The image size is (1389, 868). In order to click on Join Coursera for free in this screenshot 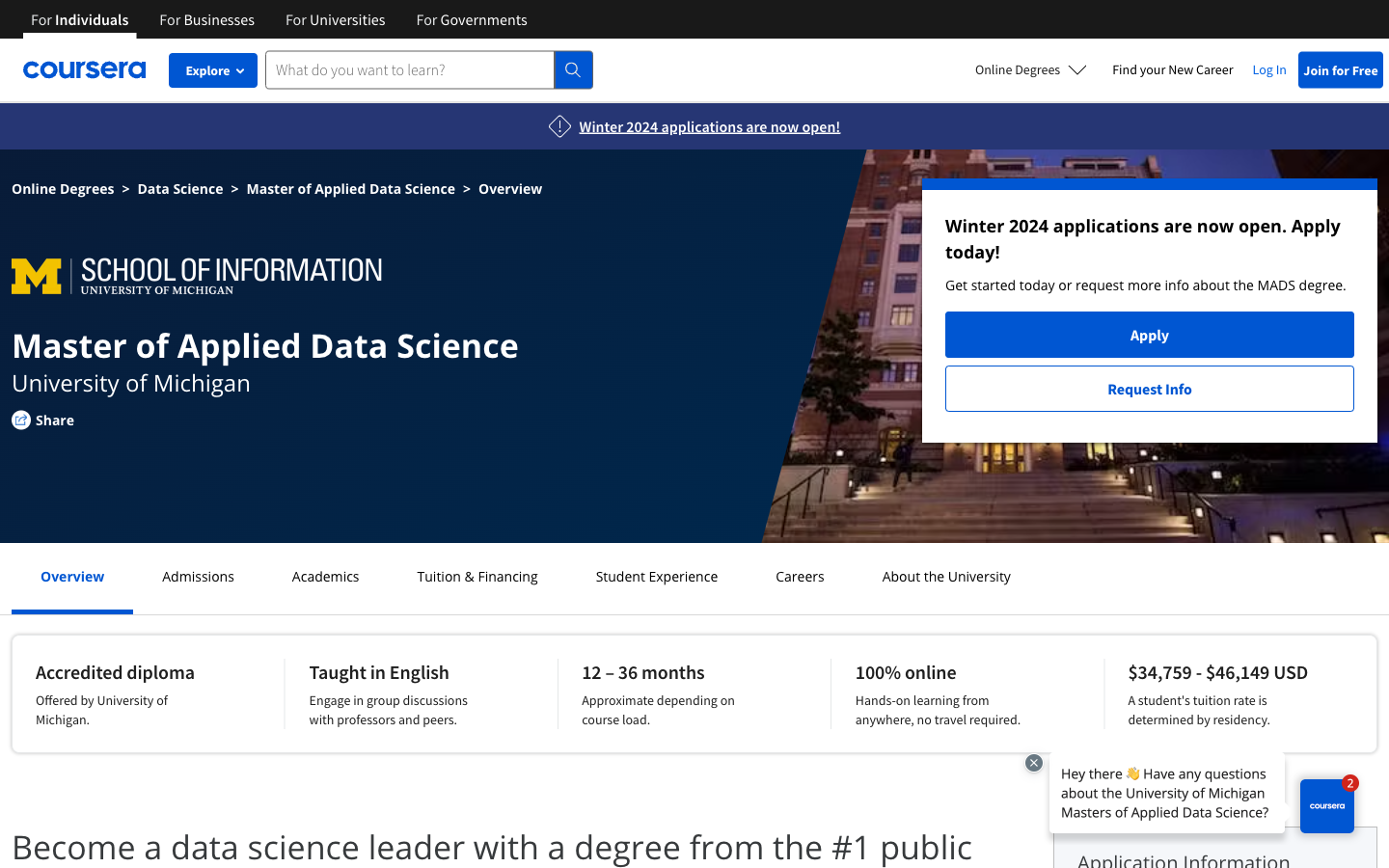, I will do `click(1341, 68)`.